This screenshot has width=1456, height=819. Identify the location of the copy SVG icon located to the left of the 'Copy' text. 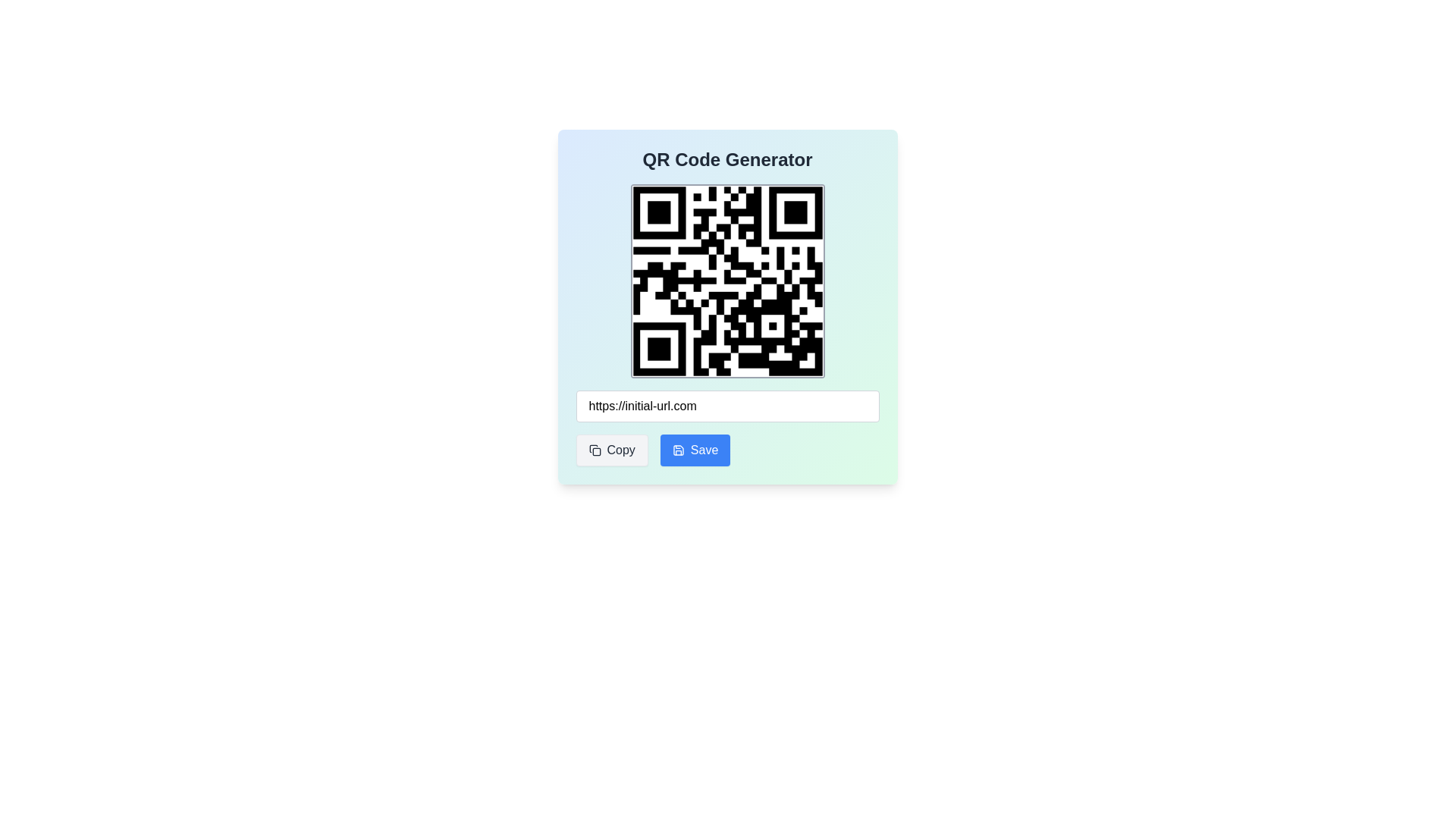
(594, 450).